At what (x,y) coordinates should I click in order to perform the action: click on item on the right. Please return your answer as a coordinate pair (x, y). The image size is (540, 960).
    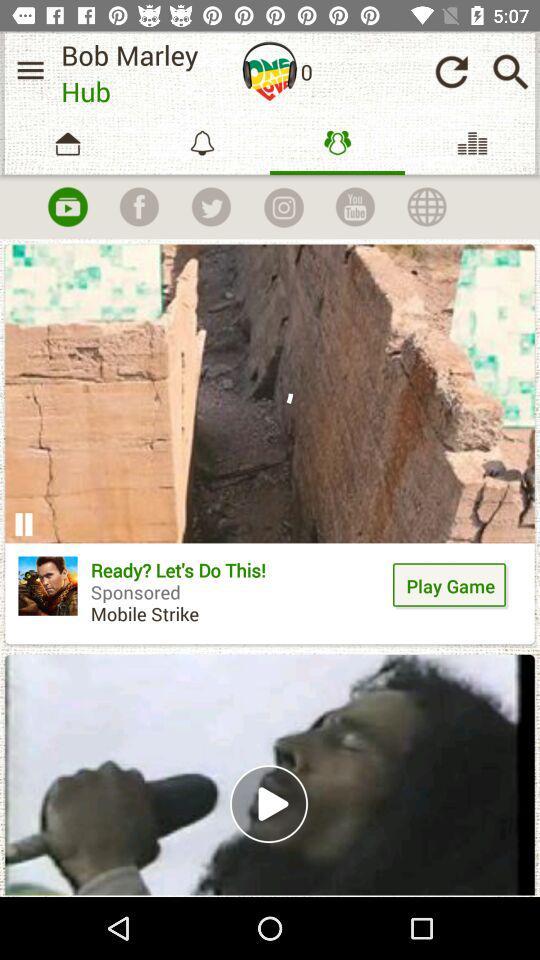
    Looking at the image, I should click on (450, 586).